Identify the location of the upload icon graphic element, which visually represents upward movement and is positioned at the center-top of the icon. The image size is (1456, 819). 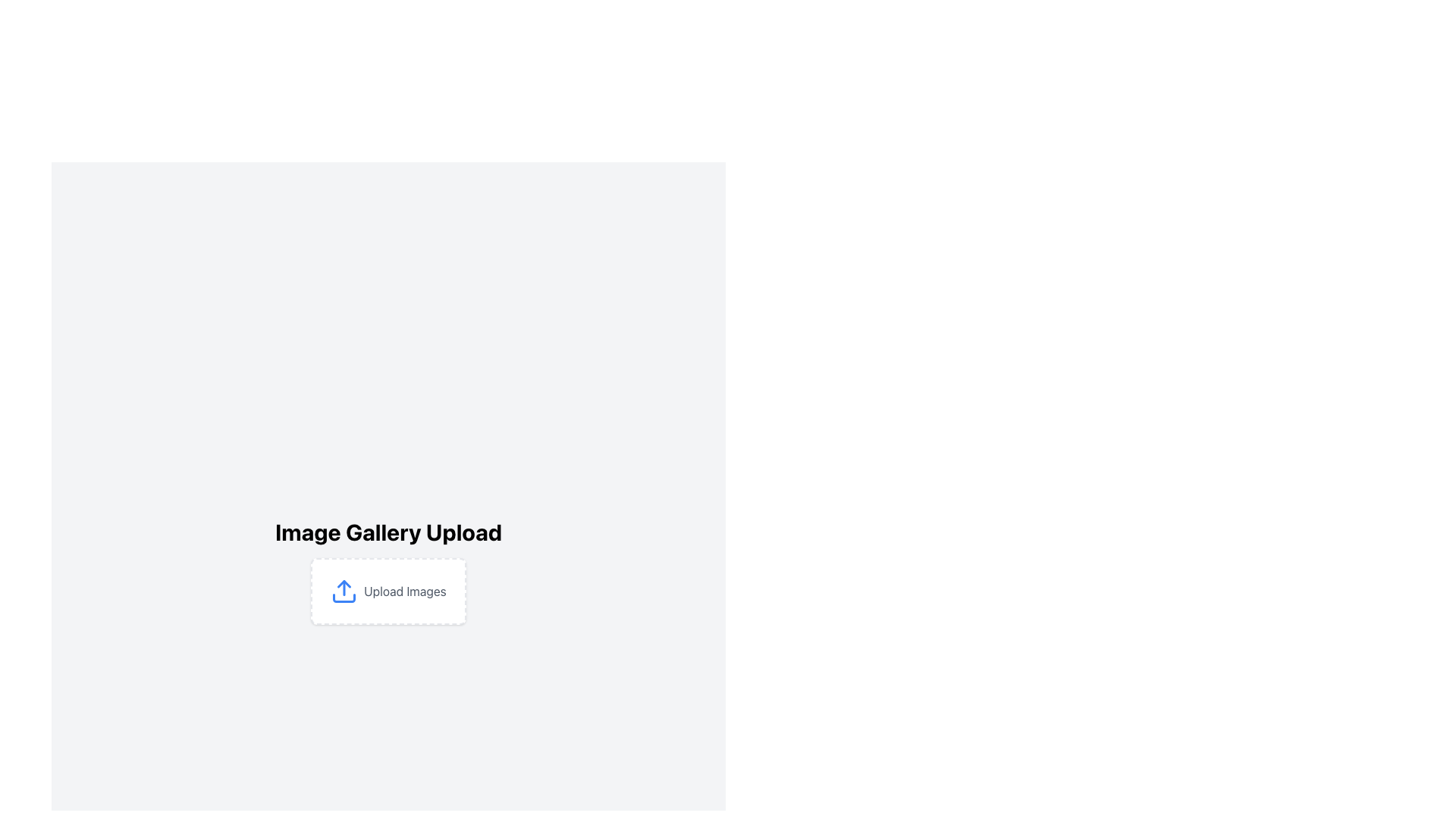
(344, 583).